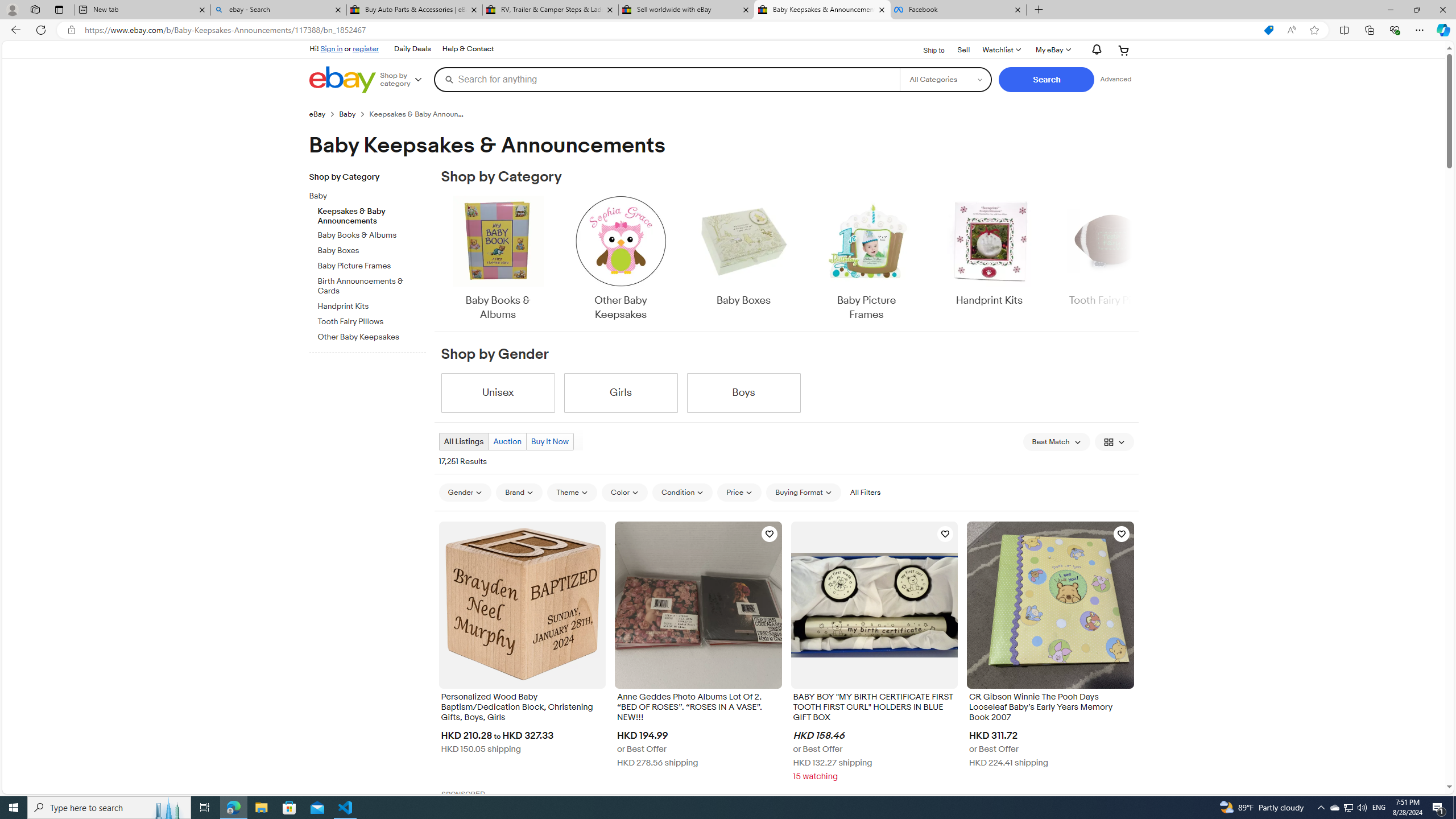  I want to click on 'Keepsakes & Baby Announcements', so click(371, 213).